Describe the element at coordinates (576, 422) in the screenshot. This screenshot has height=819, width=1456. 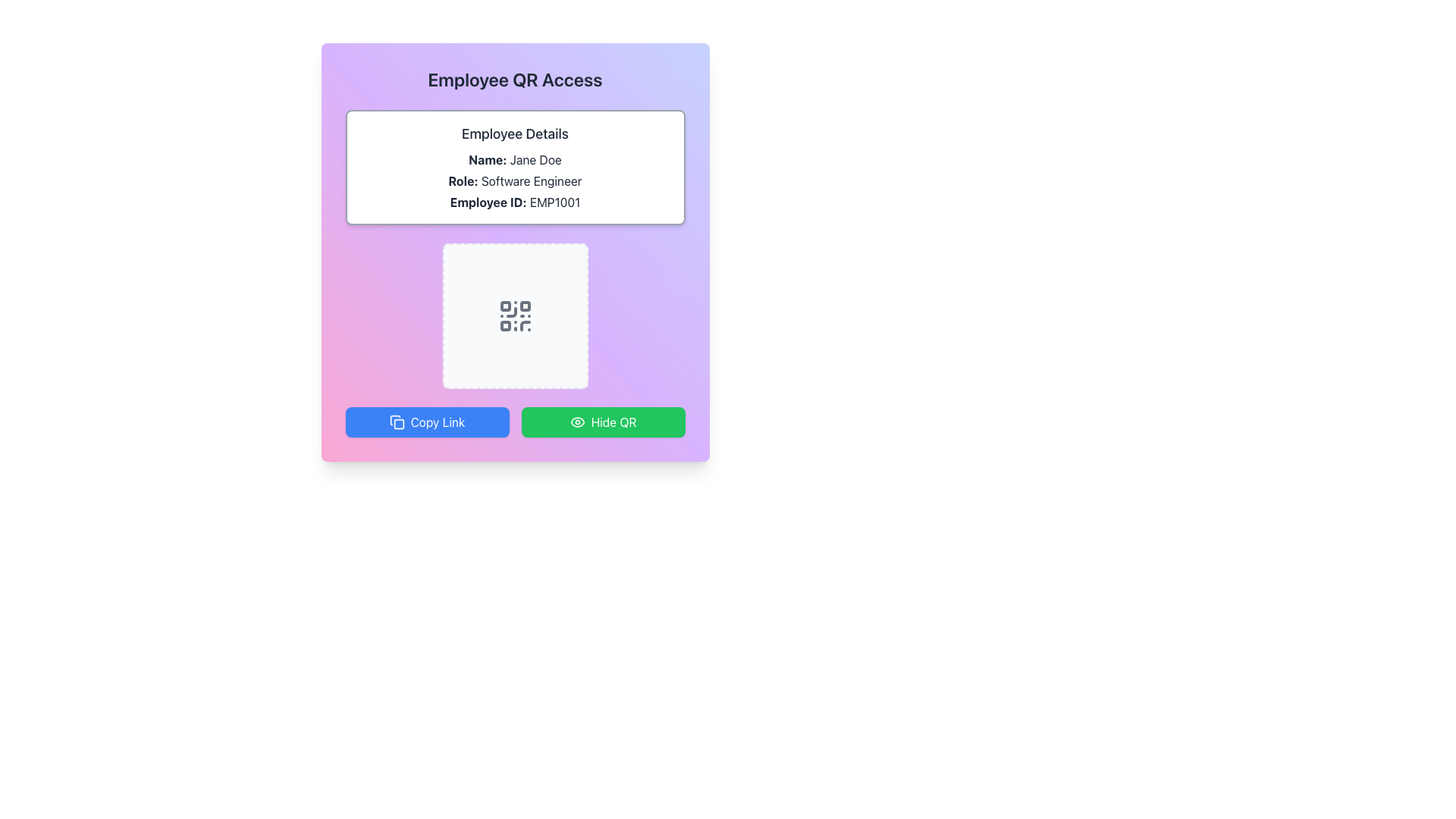
I see `the eye icon that symbolizes the visibility feature of the 'Hide QR' button, which is centrally aligned within the green rounded rectangle button at the bottom right corner of the interface` at that location.